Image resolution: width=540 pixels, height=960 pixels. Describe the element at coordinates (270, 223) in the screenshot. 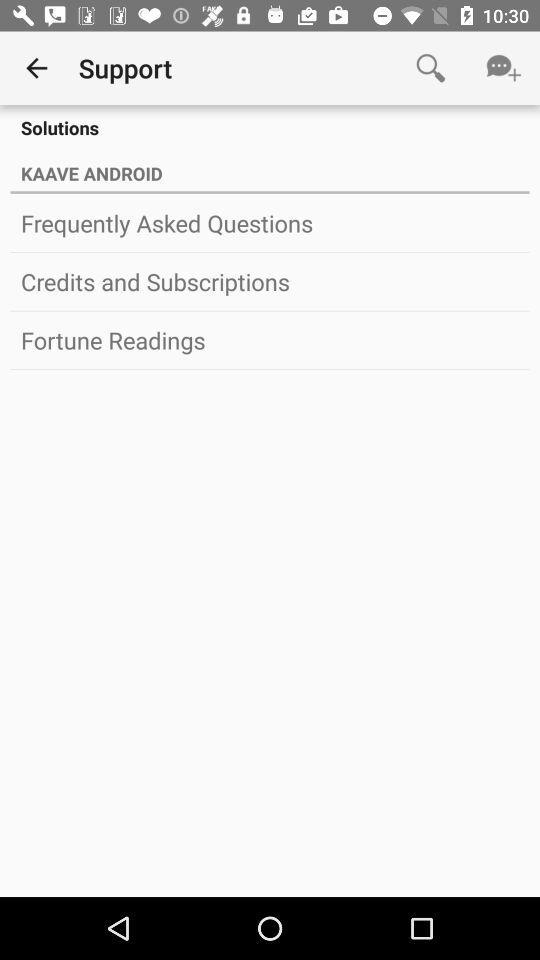

I see `item above credits and subscriptions` at that location.